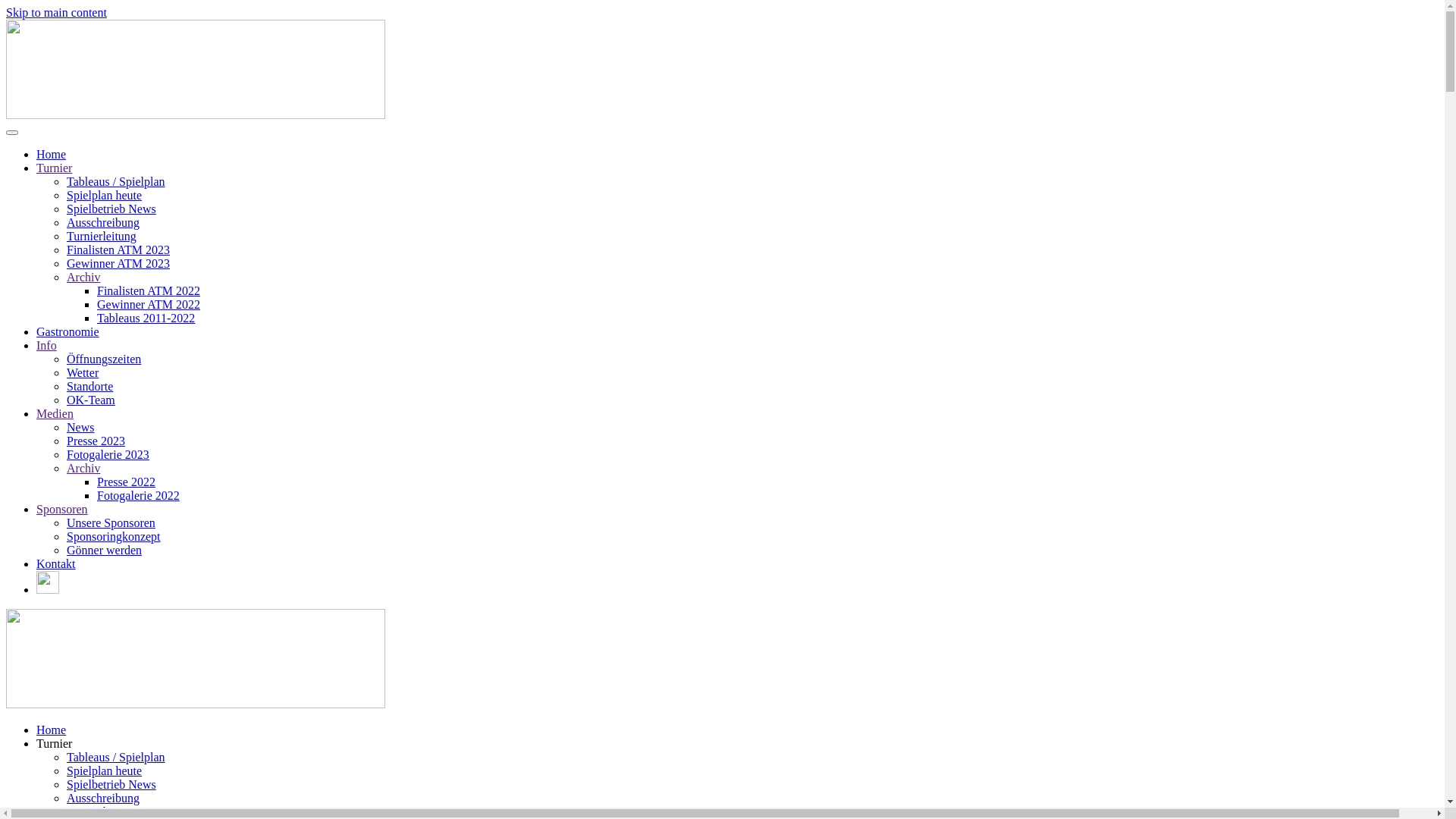  I want to click on 'Archiv', so click(83, 277).